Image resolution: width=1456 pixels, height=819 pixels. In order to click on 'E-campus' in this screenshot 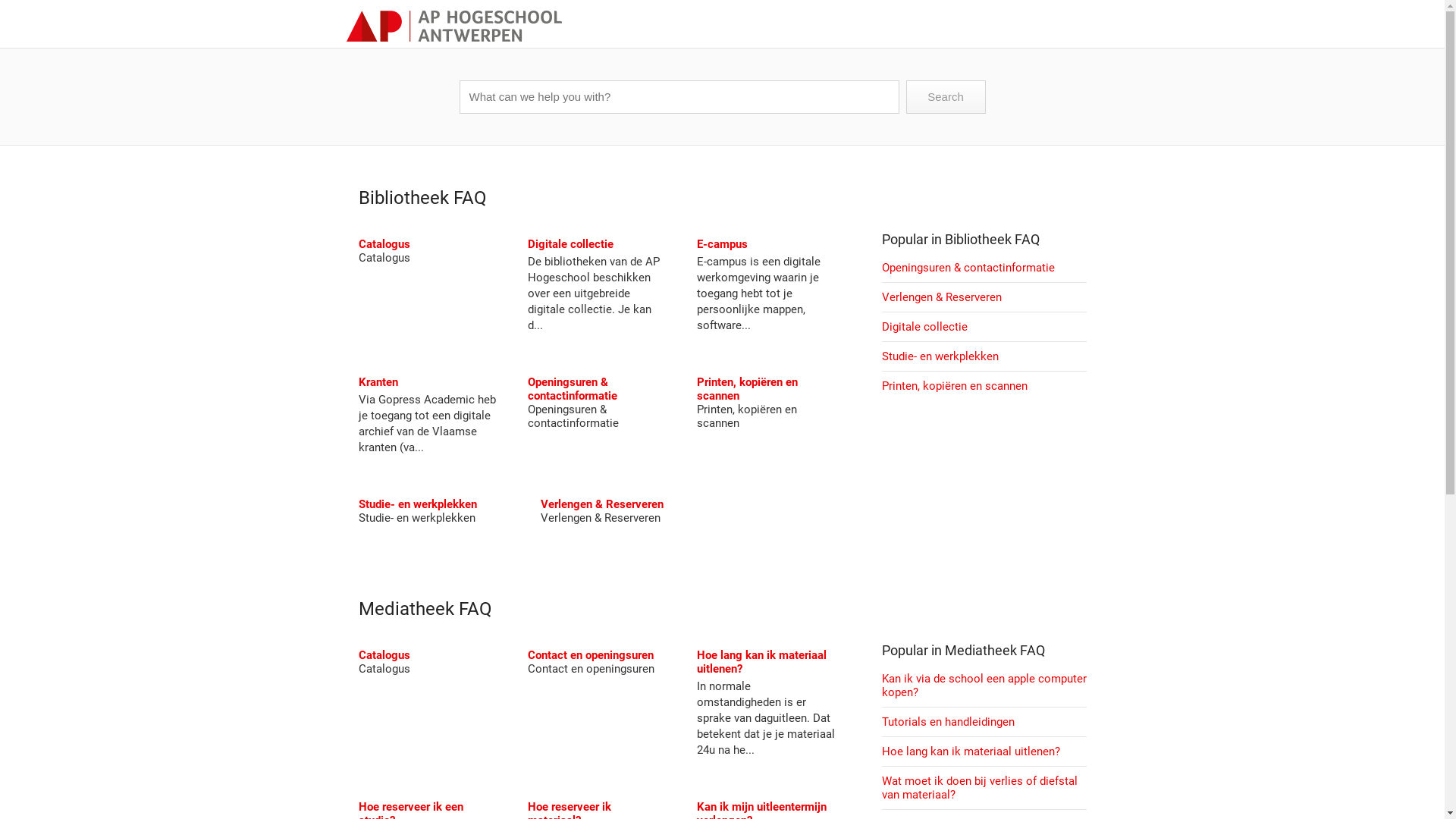, I will do `click(695, 243)`.